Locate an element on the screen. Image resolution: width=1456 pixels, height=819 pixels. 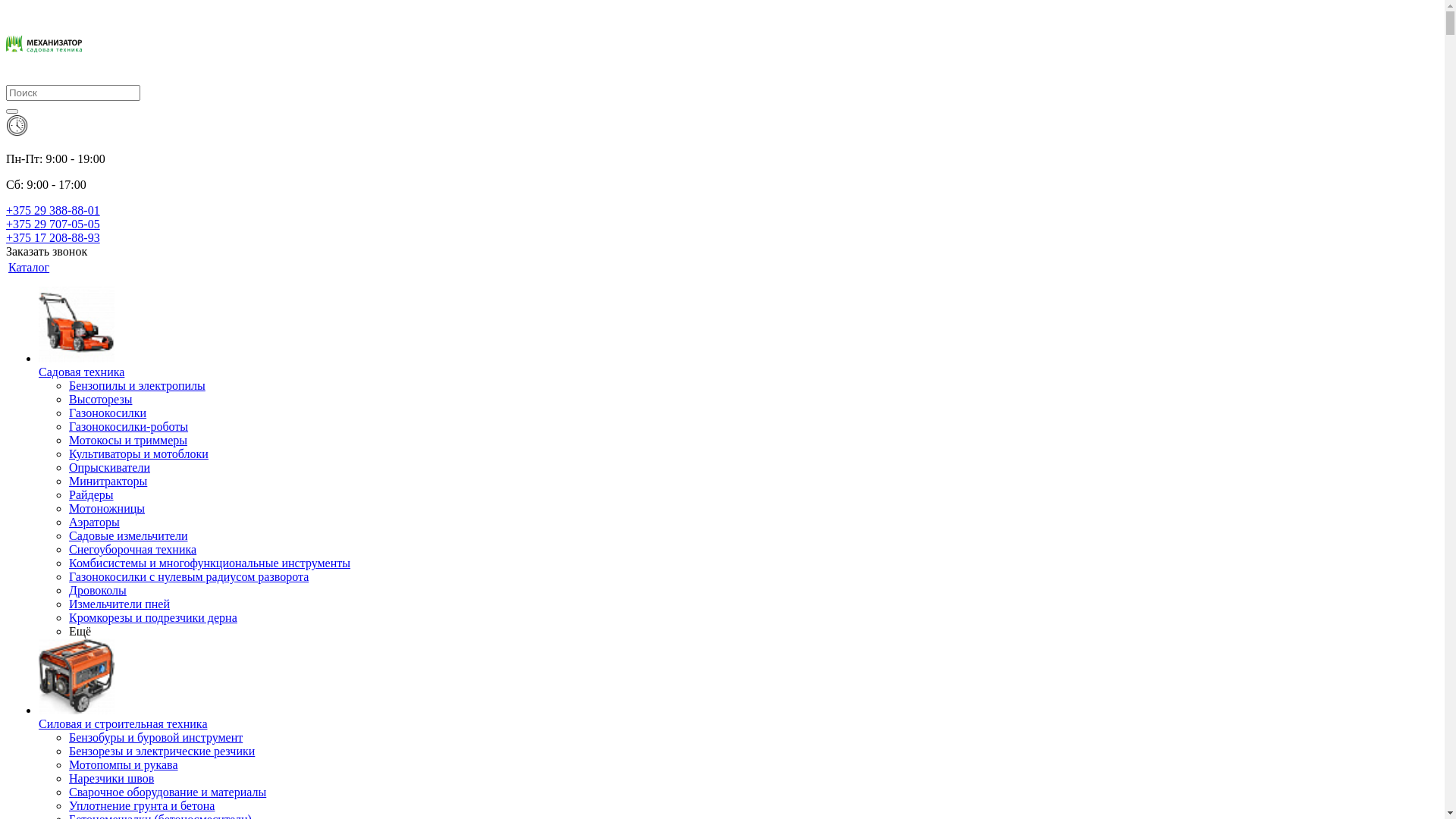
'+375 17 208-88-93' is located at coordinates (53, 237).